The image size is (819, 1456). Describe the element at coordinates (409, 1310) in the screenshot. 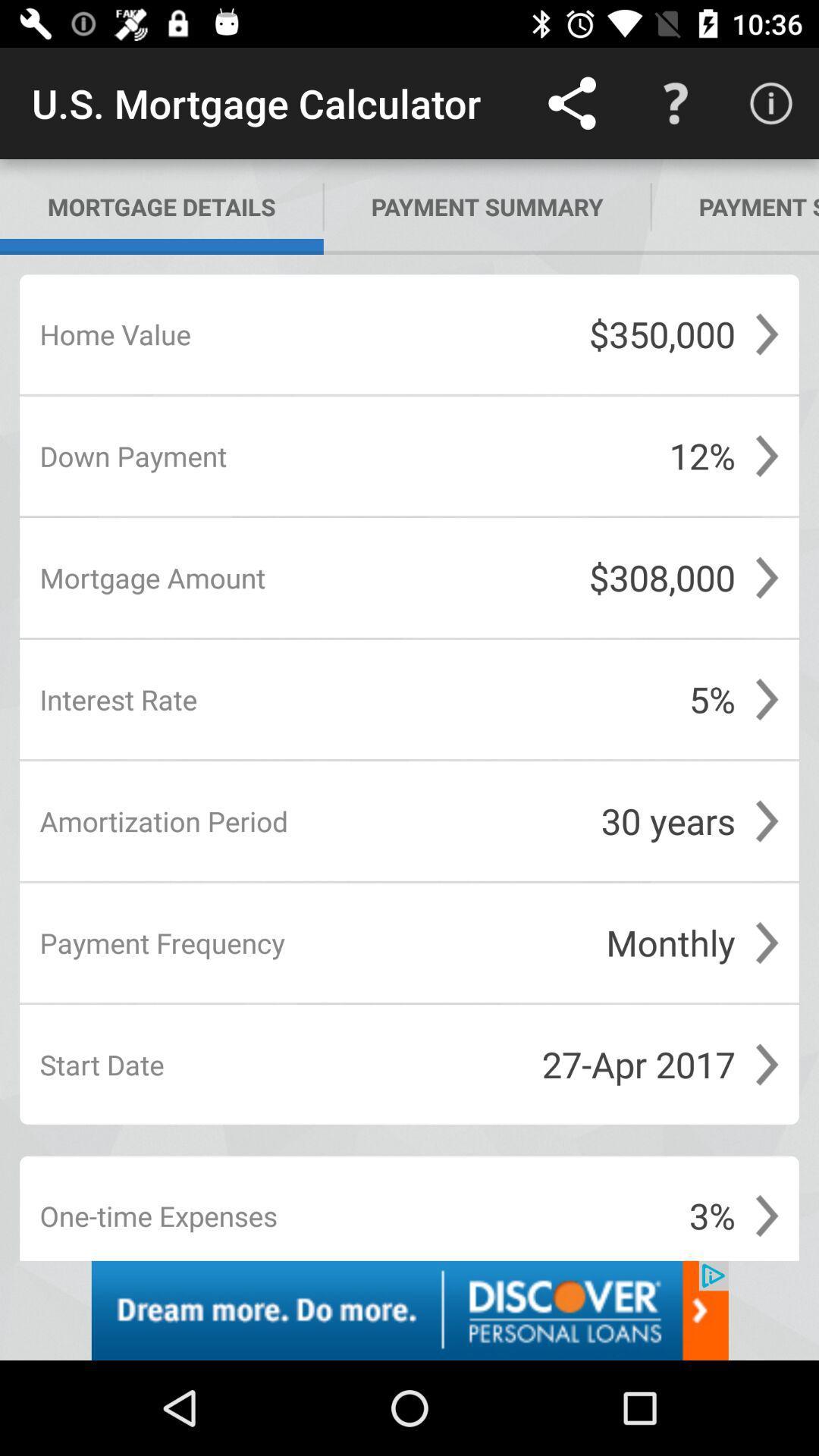

I see `advertisement` at that location.